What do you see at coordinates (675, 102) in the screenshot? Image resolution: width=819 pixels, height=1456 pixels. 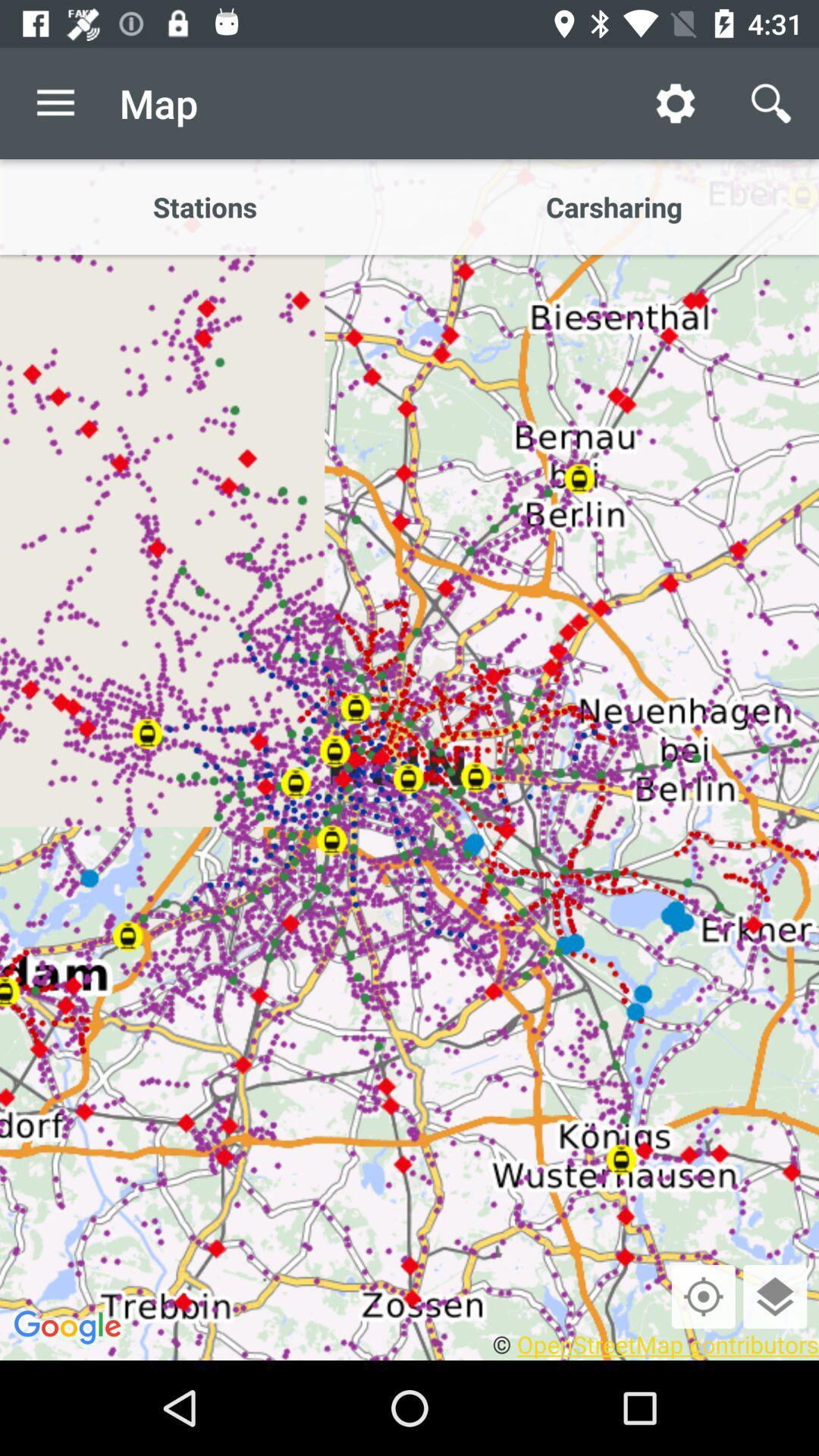 I see `icon to the right of the map icon` at bounding box center [675, 102].